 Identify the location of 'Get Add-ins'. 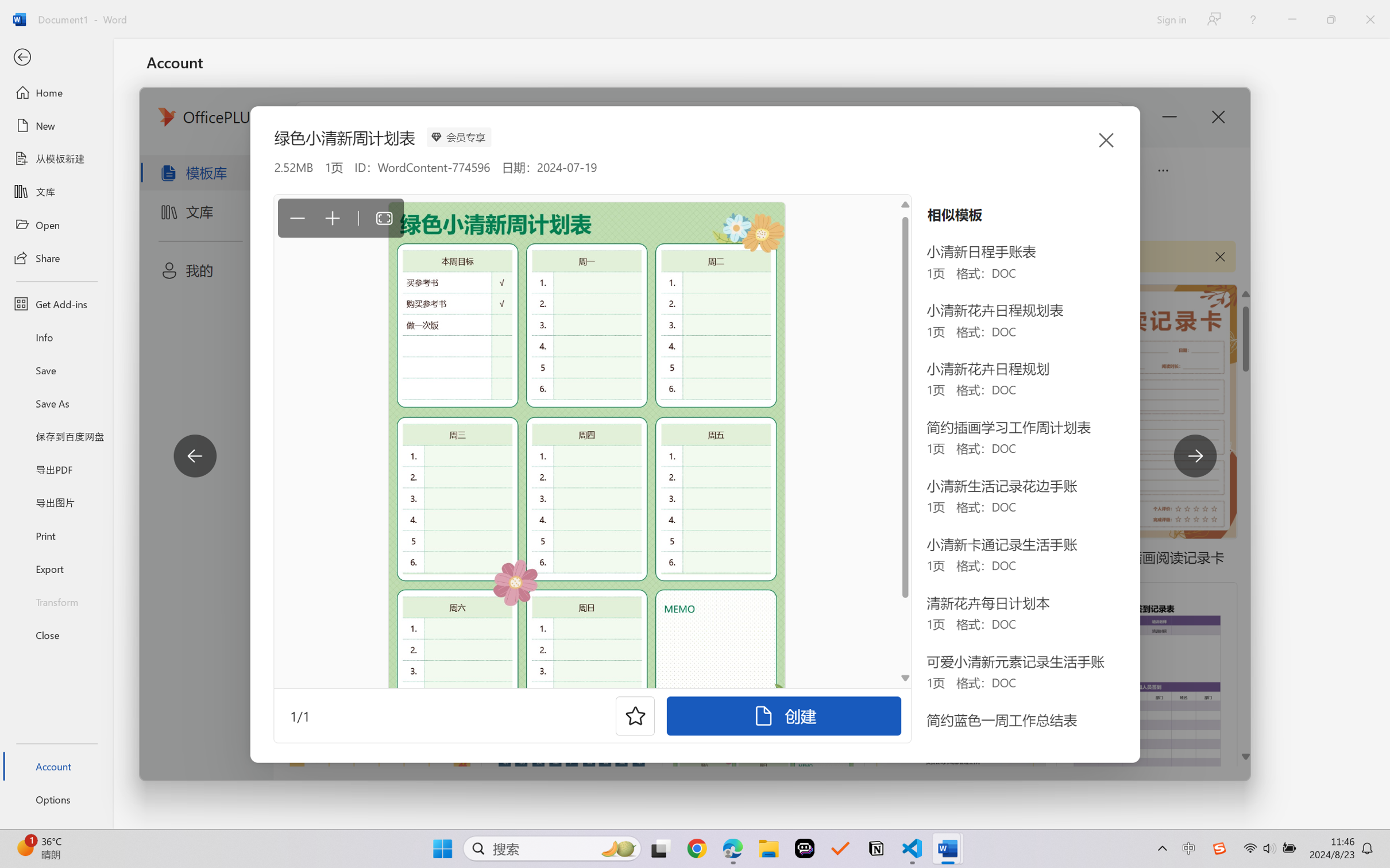
(56, 303).